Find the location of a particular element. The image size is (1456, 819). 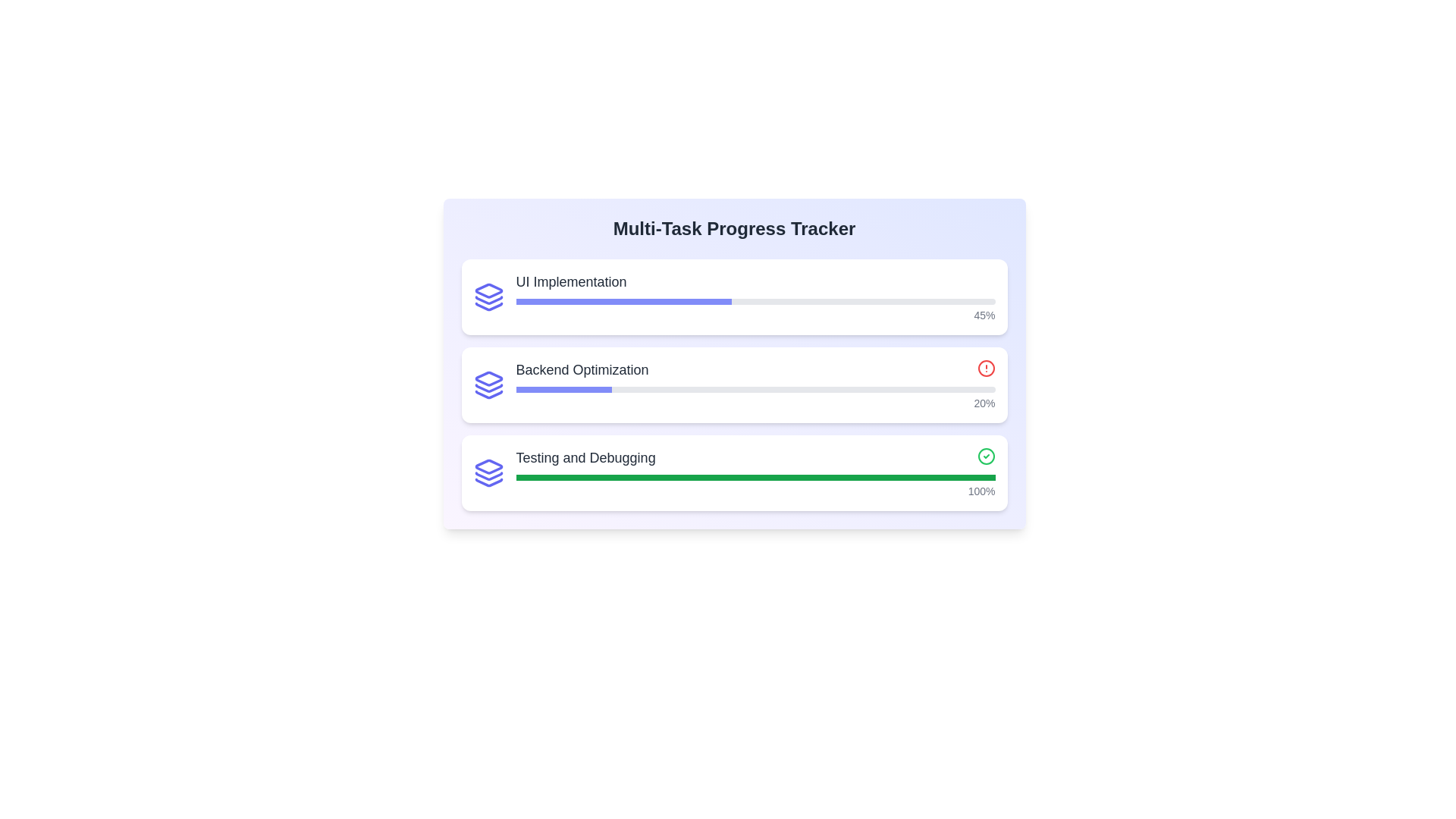

the second layer of the three-layered icon, which is dark blue and located to the left of the 'Testing and Debugging' section is located at coordinates (488, 475).